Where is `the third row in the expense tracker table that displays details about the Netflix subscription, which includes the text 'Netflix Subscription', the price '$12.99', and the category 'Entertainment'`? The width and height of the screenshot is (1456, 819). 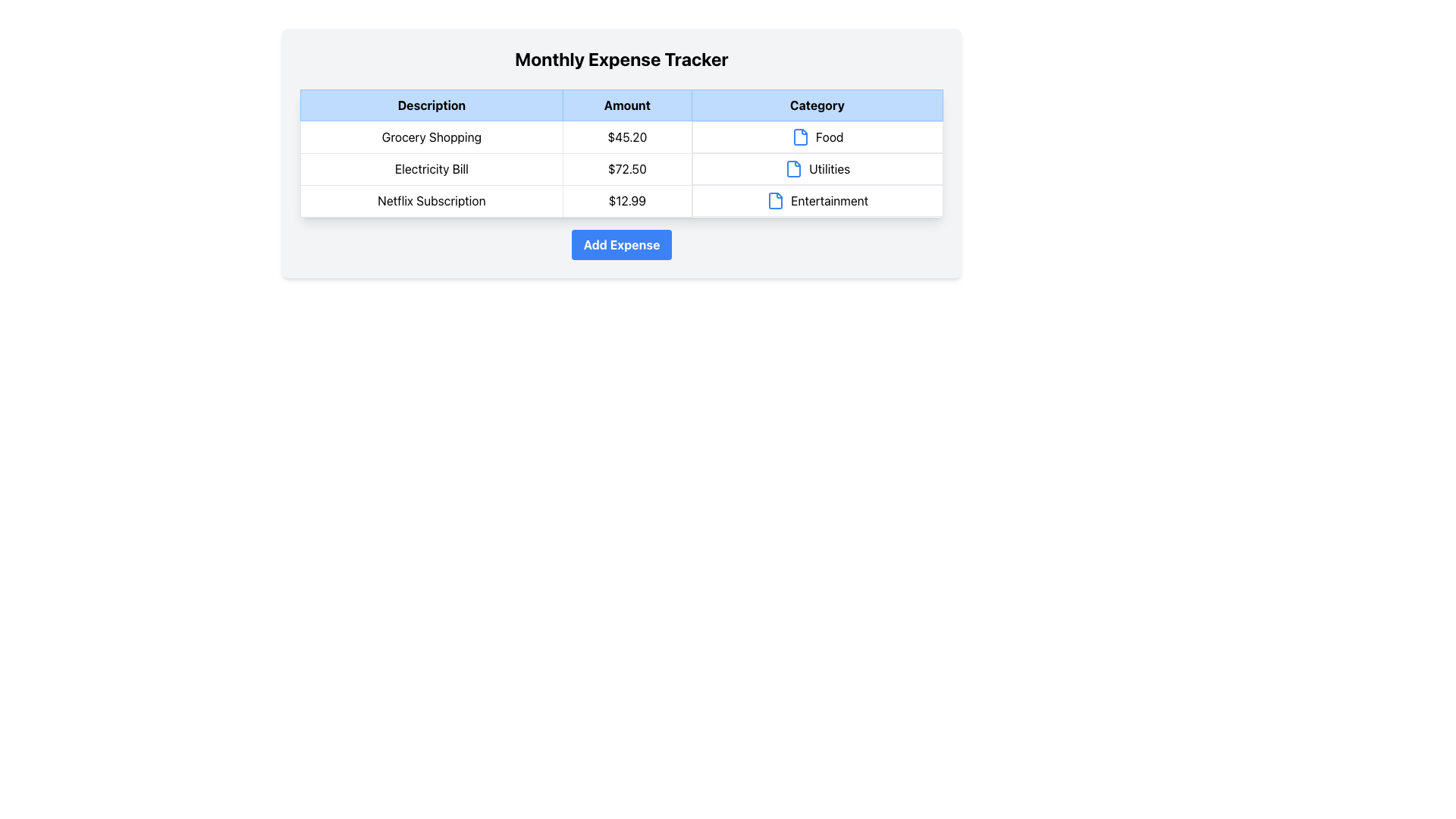
the third row in the expense tracker table that displays details about the Netflix subscription, which includes the text 'Netflix Subscription', the price '$12.99', and the category 'Entertainment' is located at coordinates (622, 200).